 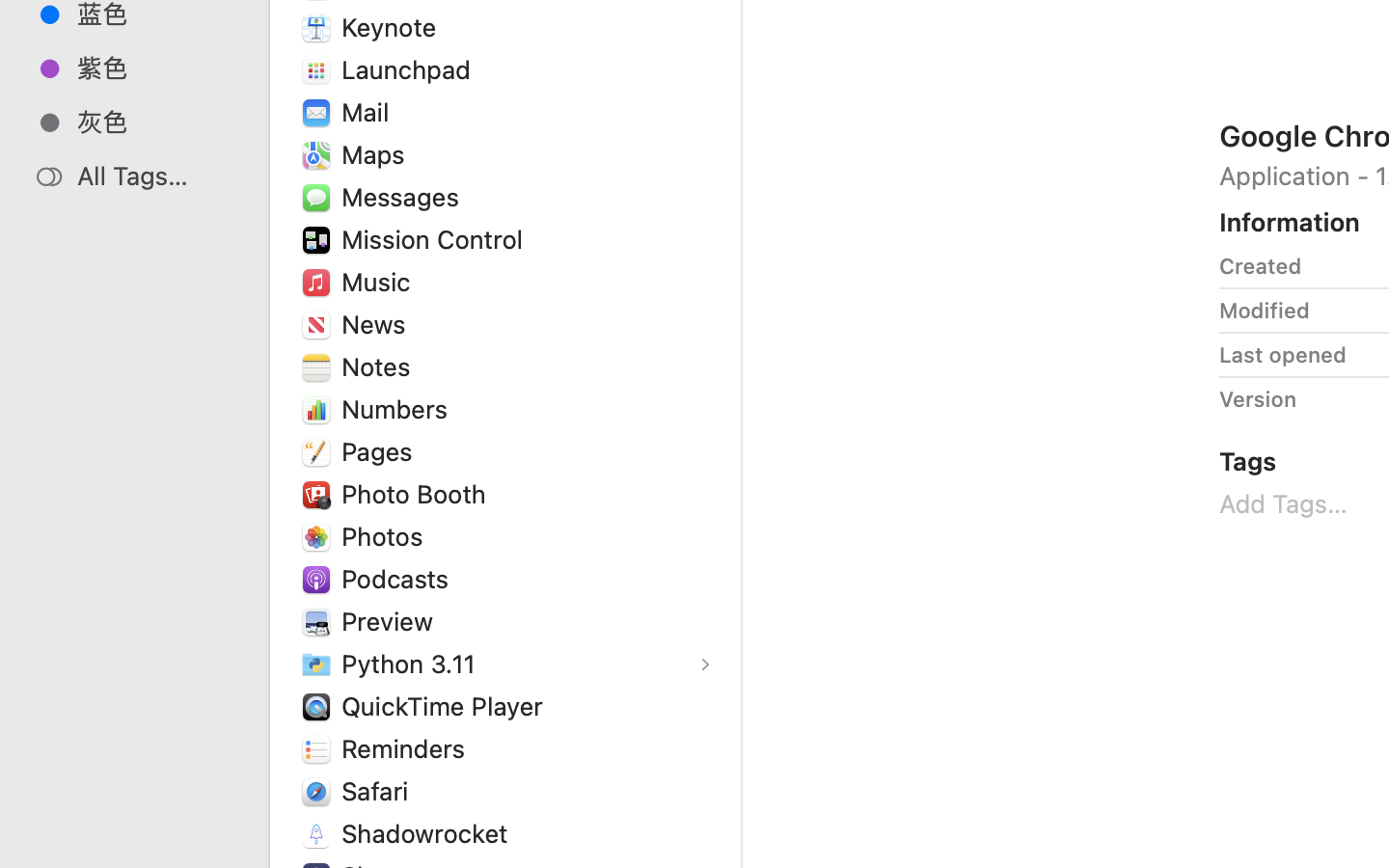 I want to click on 'Podcasts', so click(x=397, y=579).